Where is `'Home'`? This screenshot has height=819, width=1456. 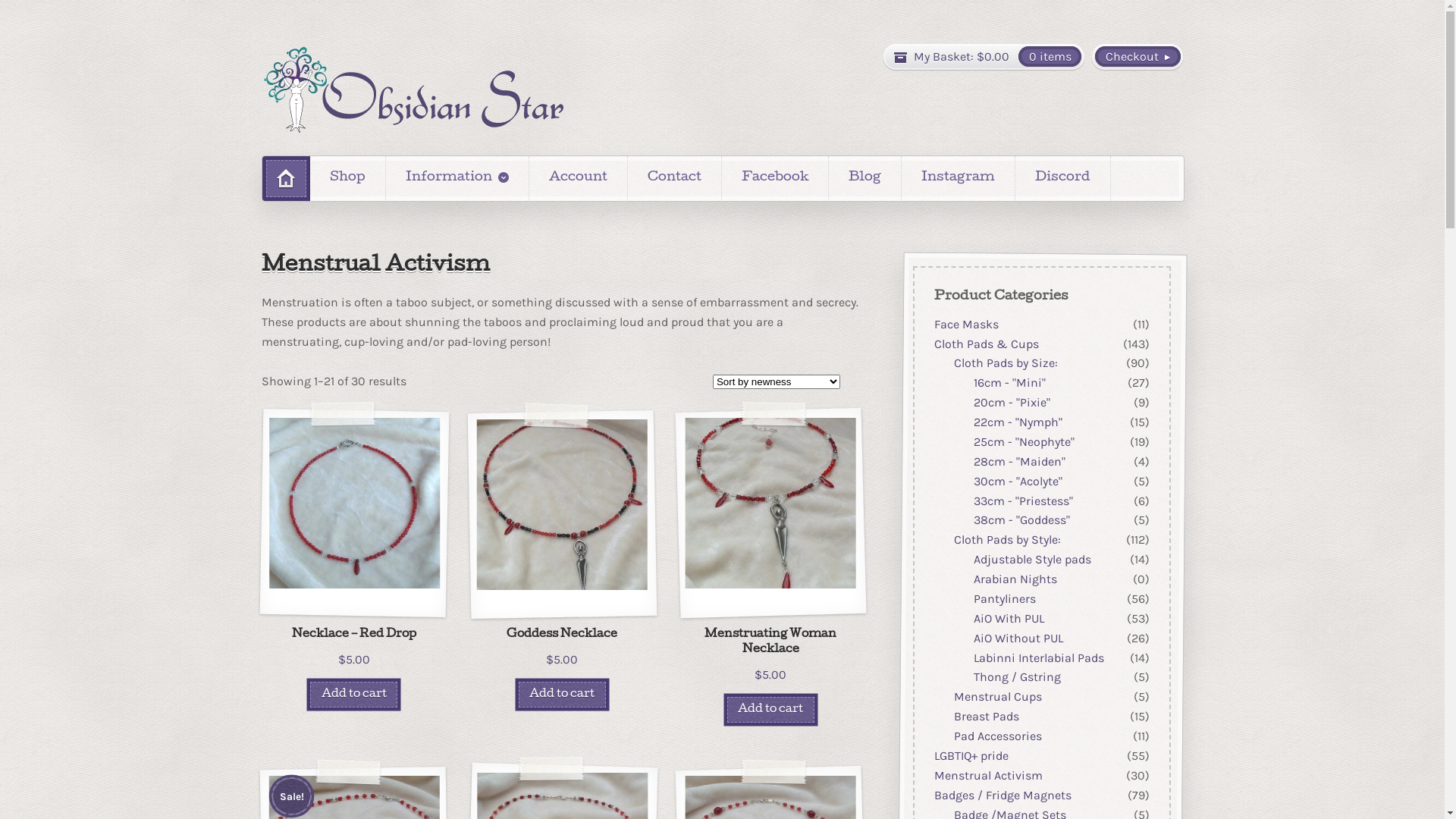
'Home' is located at coordinates (287, 177).